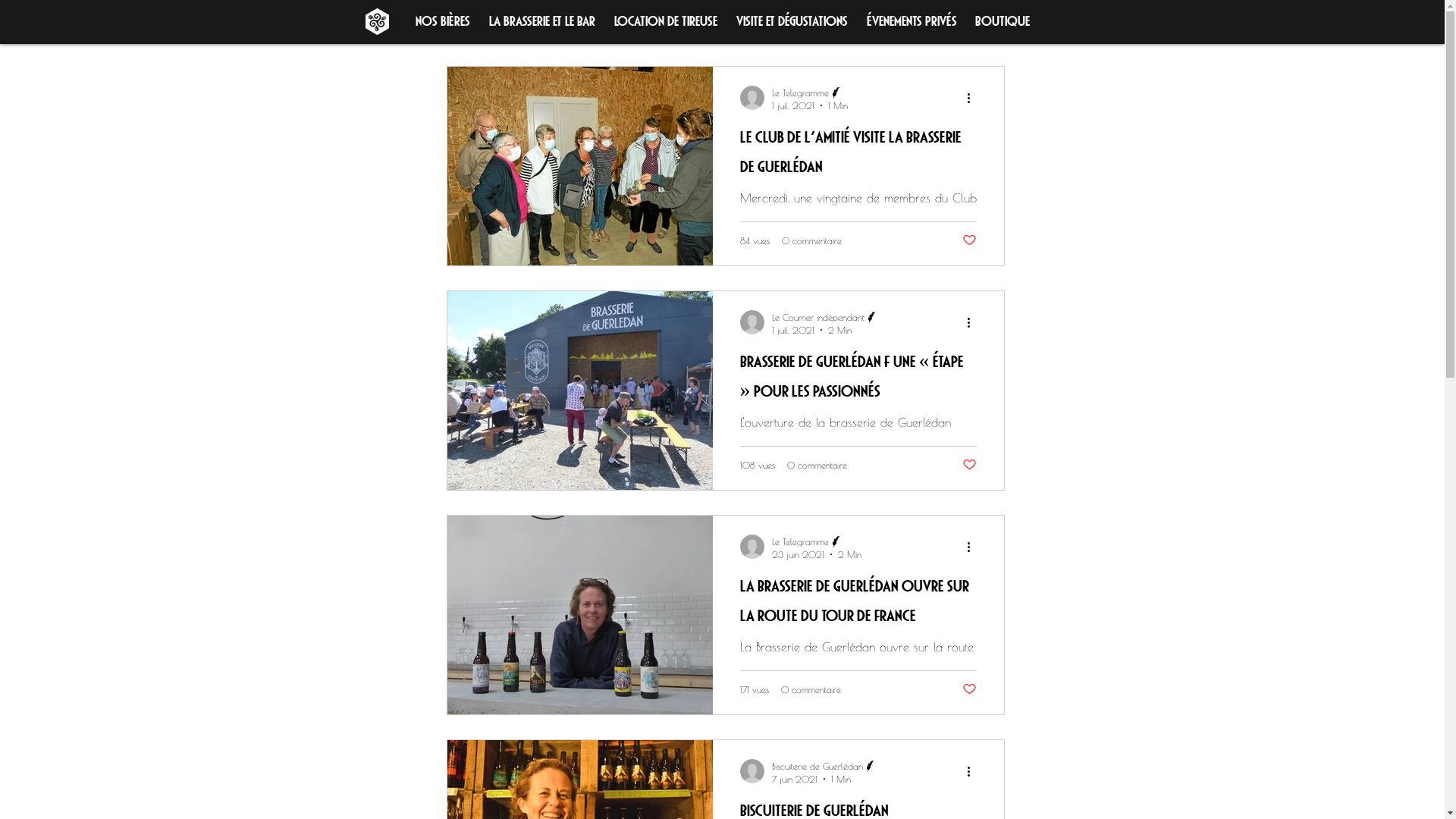 This screenshot has height=819, width=1456. I want to click on 'Vous n'aimez plus ce post', so click(968, 239).